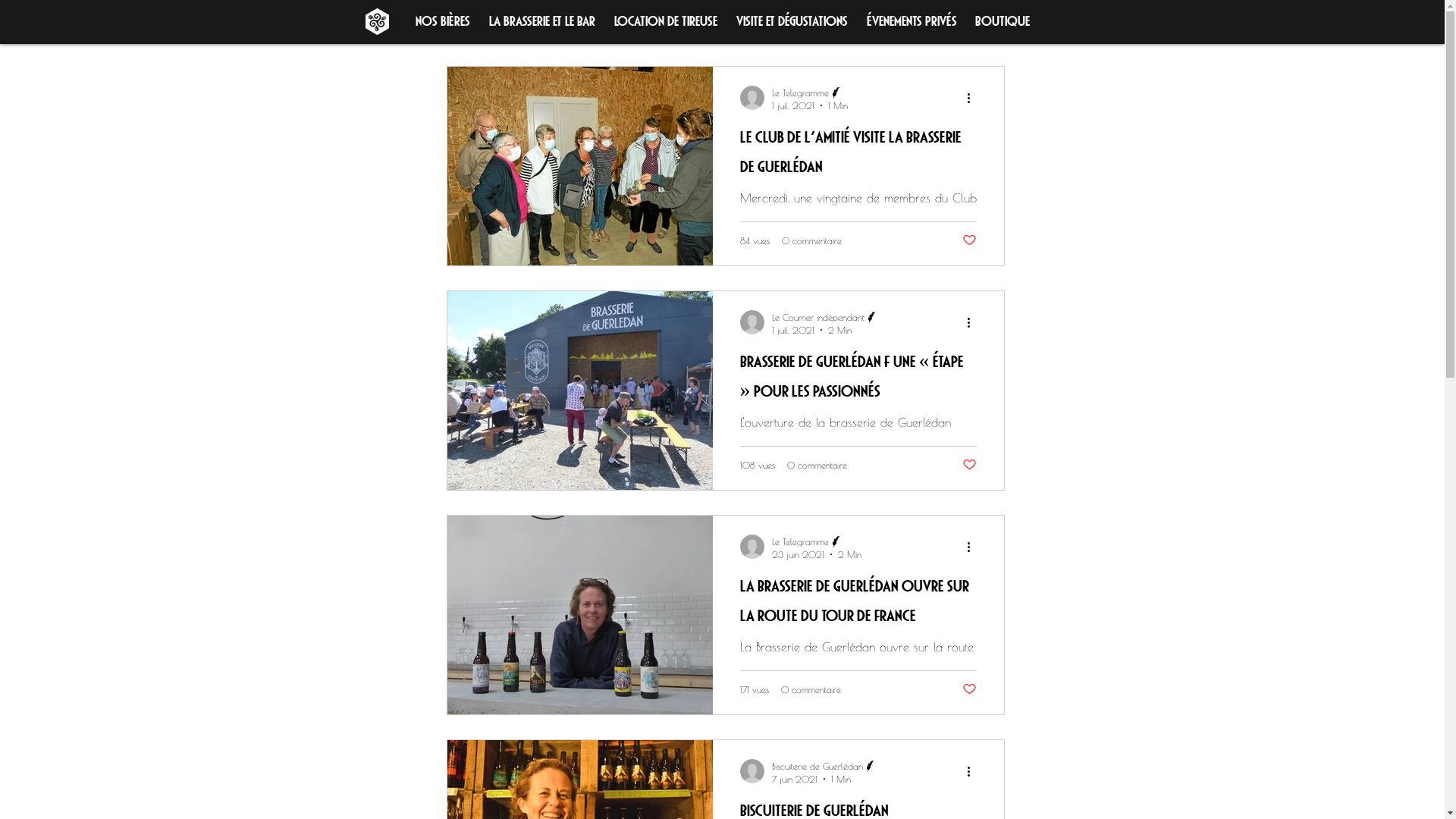 This screenshot has height=819, width=1456. I want to click on 'Vous n'aimez plus ce post', so click(968, 239).